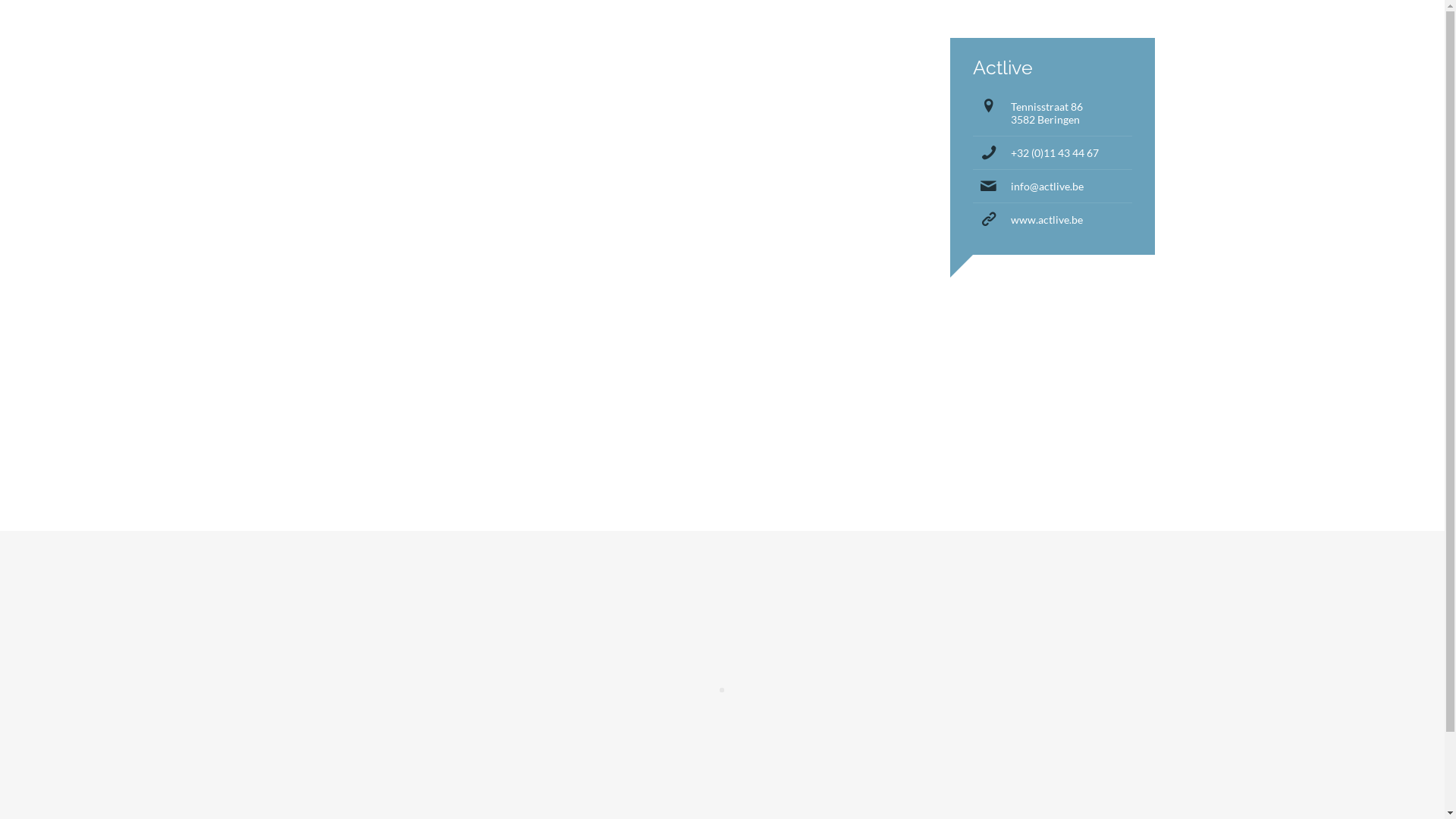 The height and width of the screenshot is (819, 1456). I want to click on 'www.actlive.be', so click(1045, 219).